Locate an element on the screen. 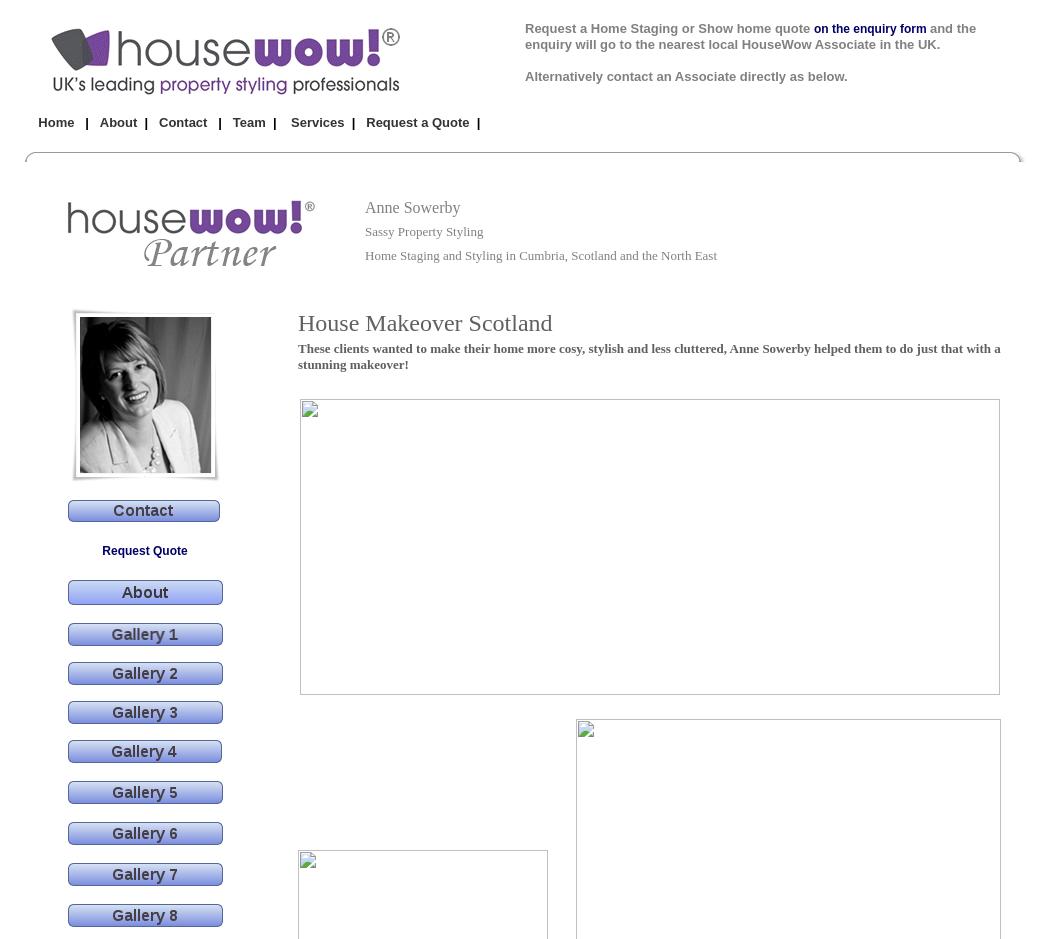 The image size is (1050, 939). 'These
                              clients wanted to make their home more cosy,
                              stylish and less cluttered, Anne Sowerby helped
                              them to do just that with a stunning makeover!' is located at coordinates (648, 355).